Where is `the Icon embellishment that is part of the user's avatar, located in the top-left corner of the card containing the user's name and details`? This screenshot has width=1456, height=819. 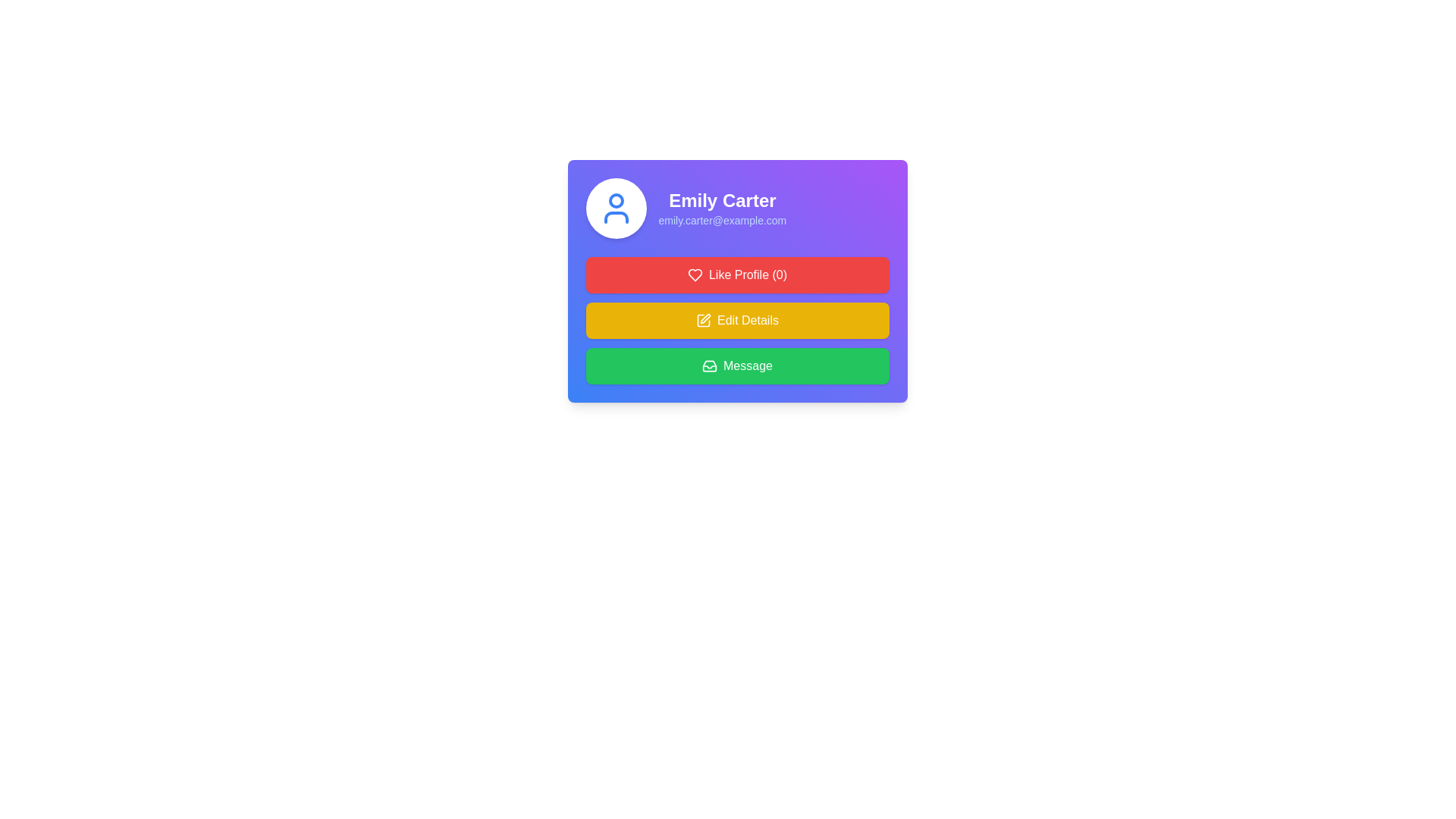 the Icon embellishment that is part of the user's avatar, located in the top-left corner of the card containing the user's name and details is located at coordinates (616, 200).